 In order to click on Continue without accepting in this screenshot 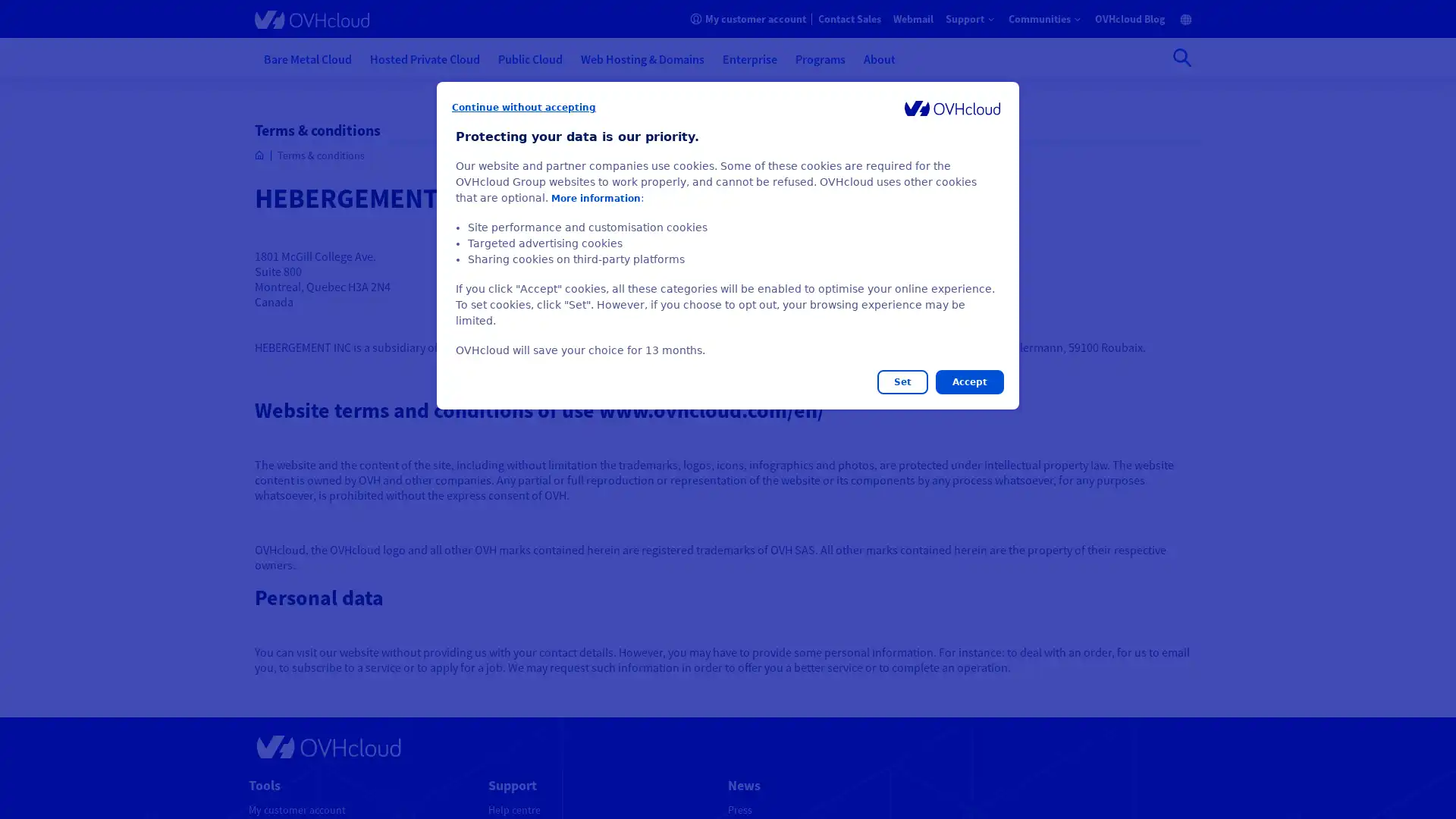, I will do `click(524, 107)`.